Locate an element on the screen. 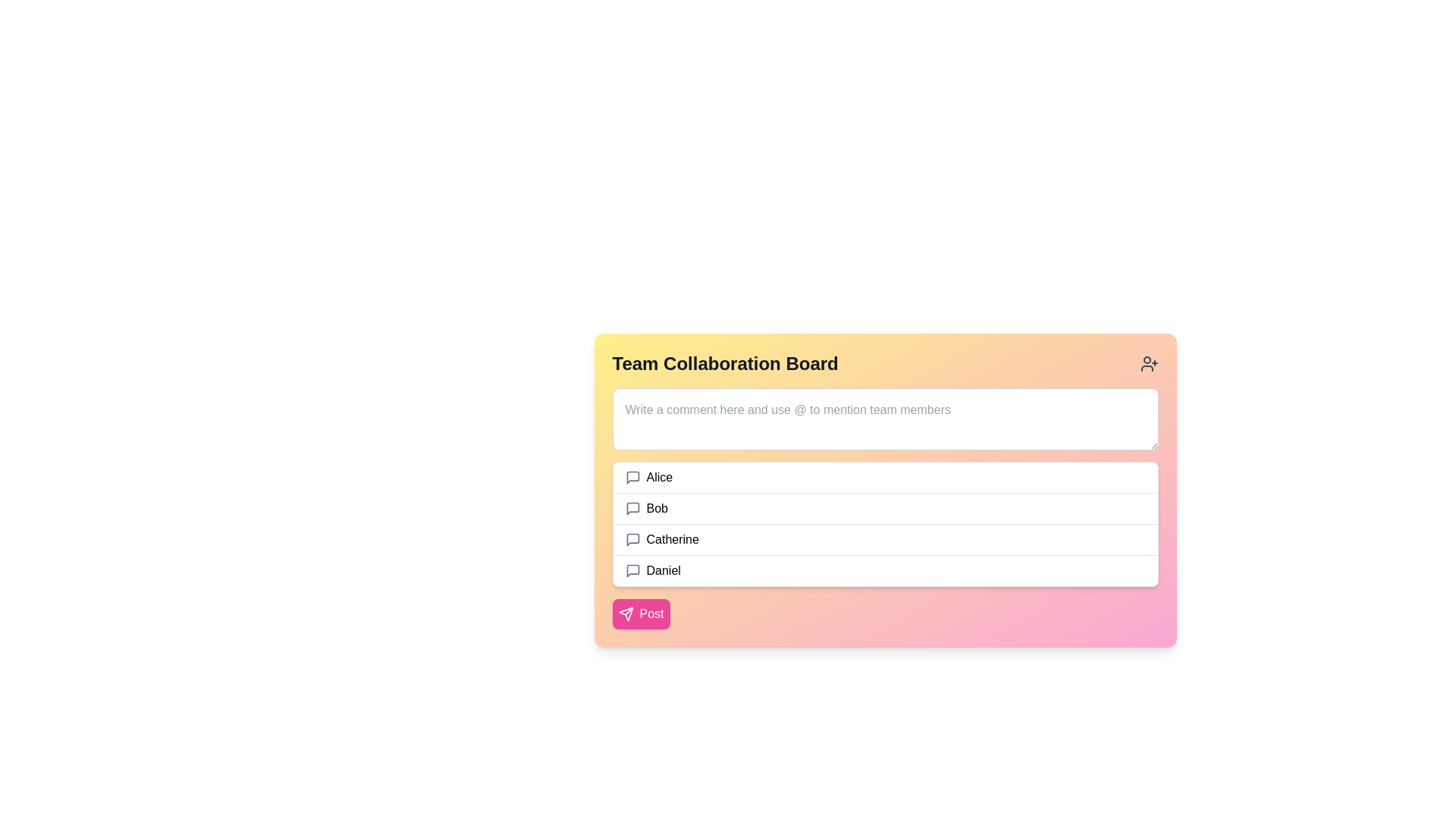  the message icon associated with user 'Alice' to interact with the messaging functionality is located at coordinates (632, 476).